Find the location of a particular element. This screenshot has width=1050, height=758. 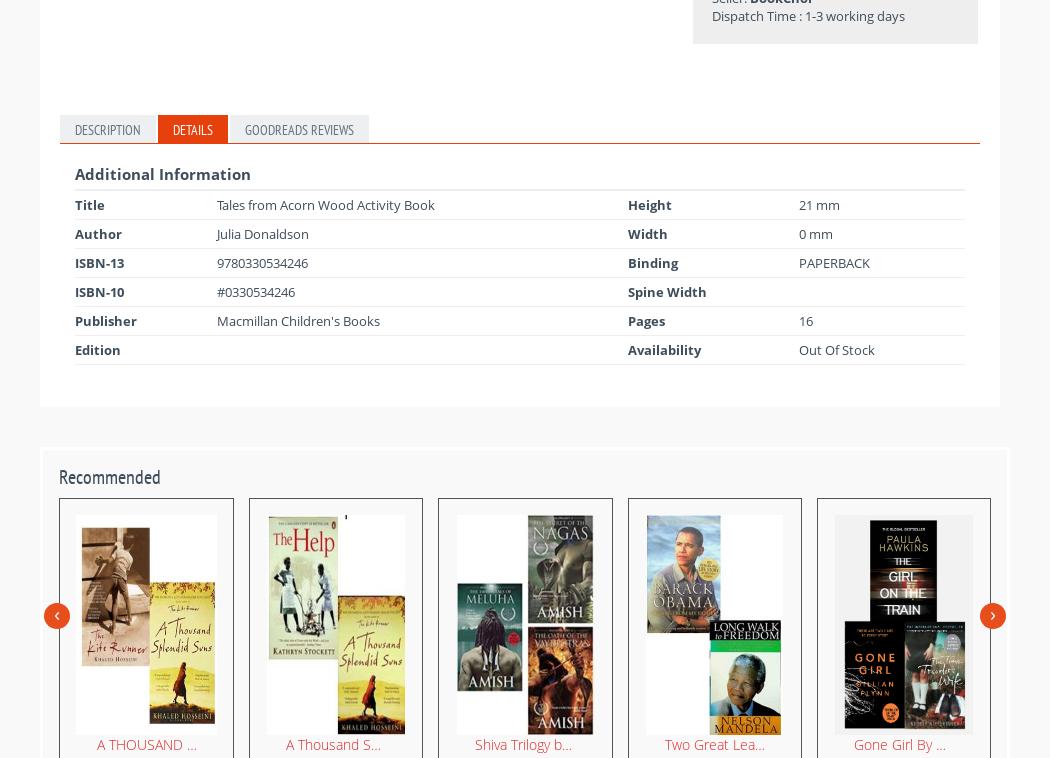

'Out Of Stock' is located at coordinates (836, 348).